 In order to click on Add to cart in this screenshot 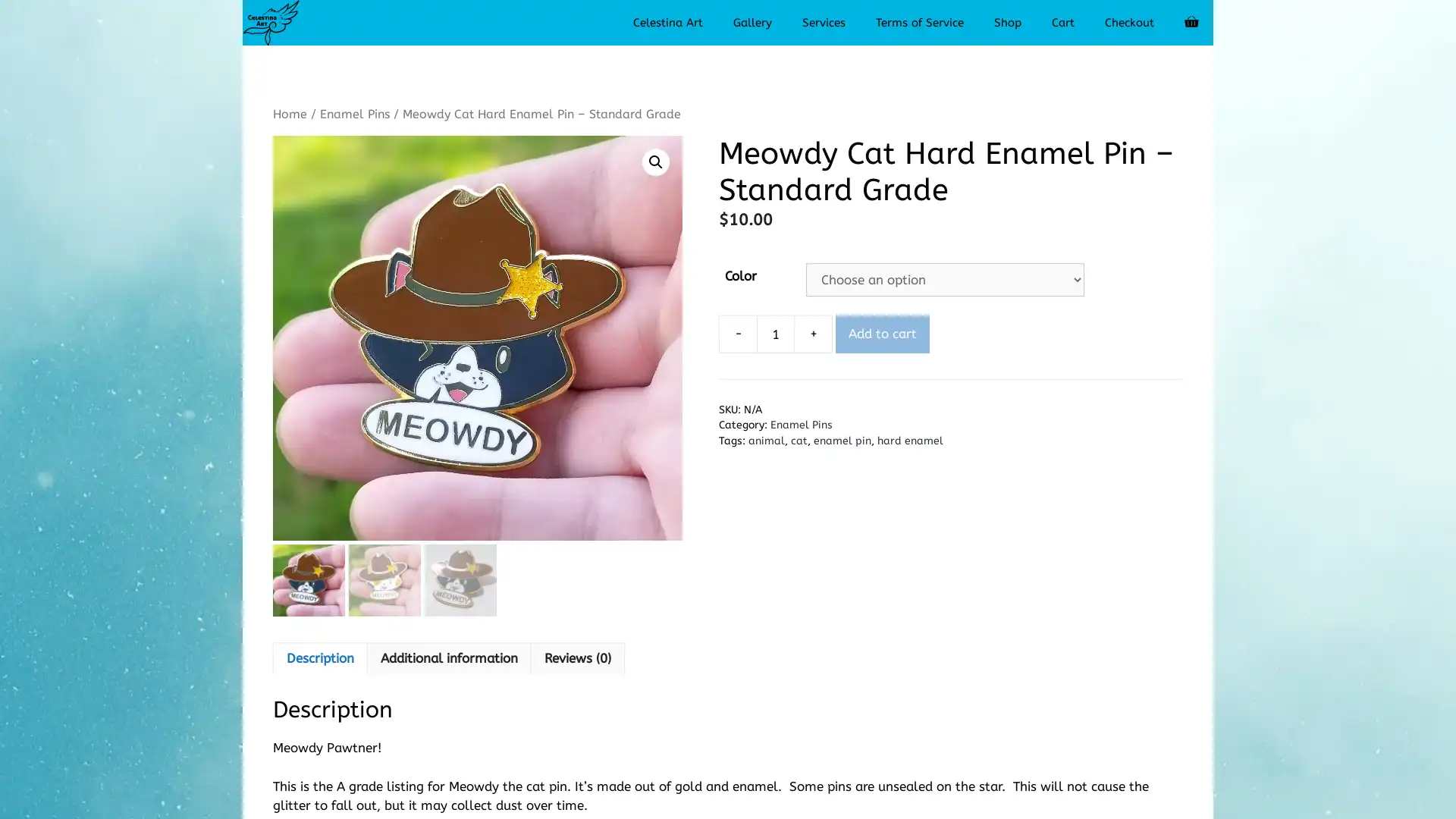, I will do `click(882, 332)`.